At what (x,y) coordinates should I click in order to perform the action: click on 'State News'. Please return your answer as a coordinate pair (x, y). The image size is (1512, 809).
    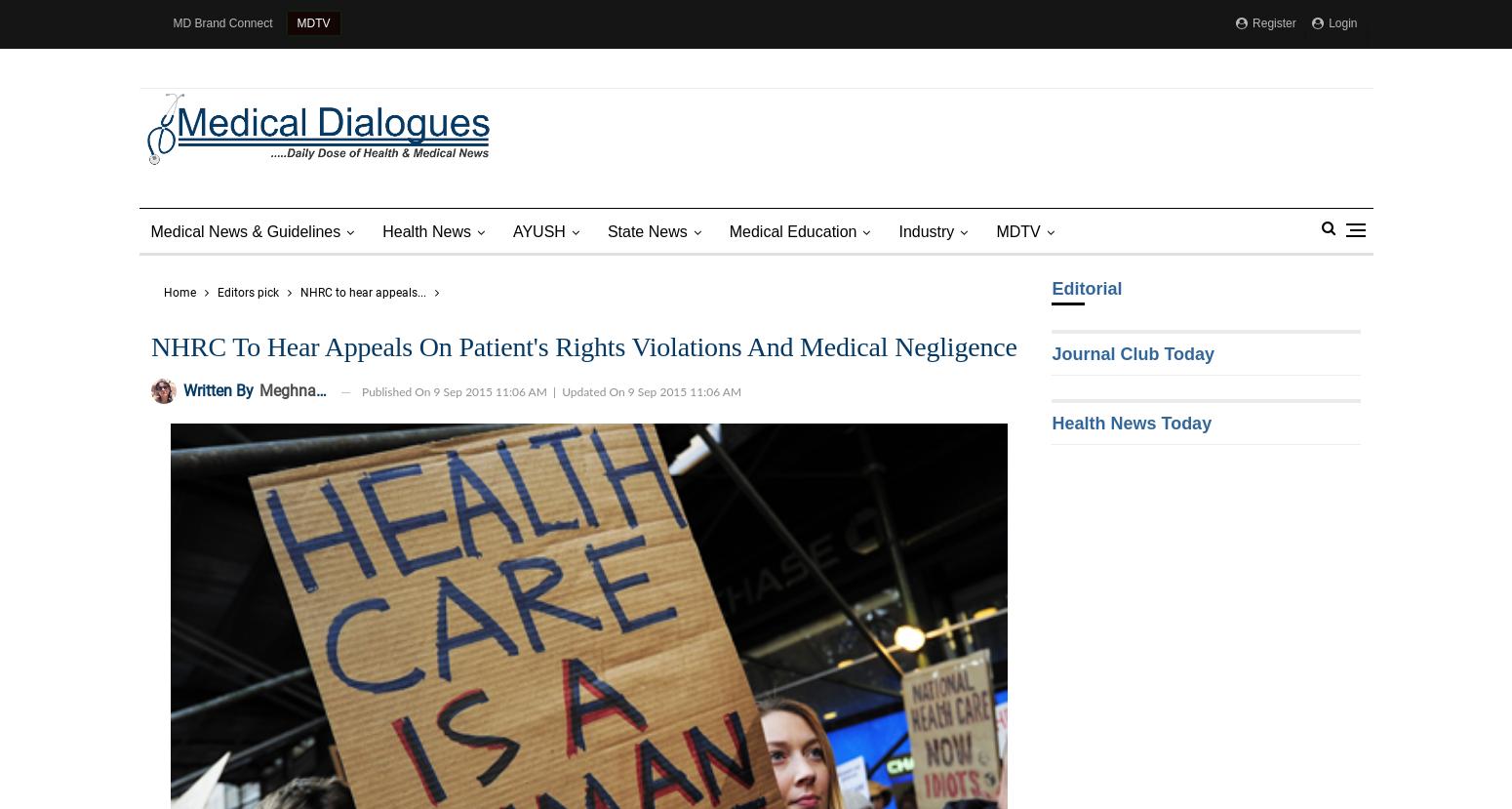
    Looking at the image, I should click on (645, 230).